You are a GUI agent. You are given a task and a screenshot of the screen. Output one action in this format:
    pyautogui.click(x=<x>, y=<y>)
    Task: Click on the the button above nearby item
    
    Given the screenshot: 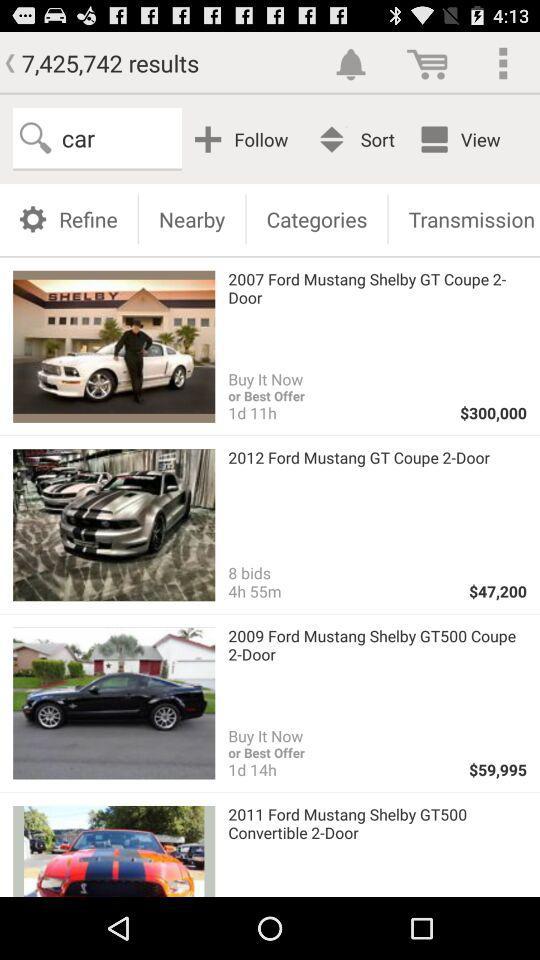 What is the action you would take?
    pyautogui.click(x=245, y=138)
    